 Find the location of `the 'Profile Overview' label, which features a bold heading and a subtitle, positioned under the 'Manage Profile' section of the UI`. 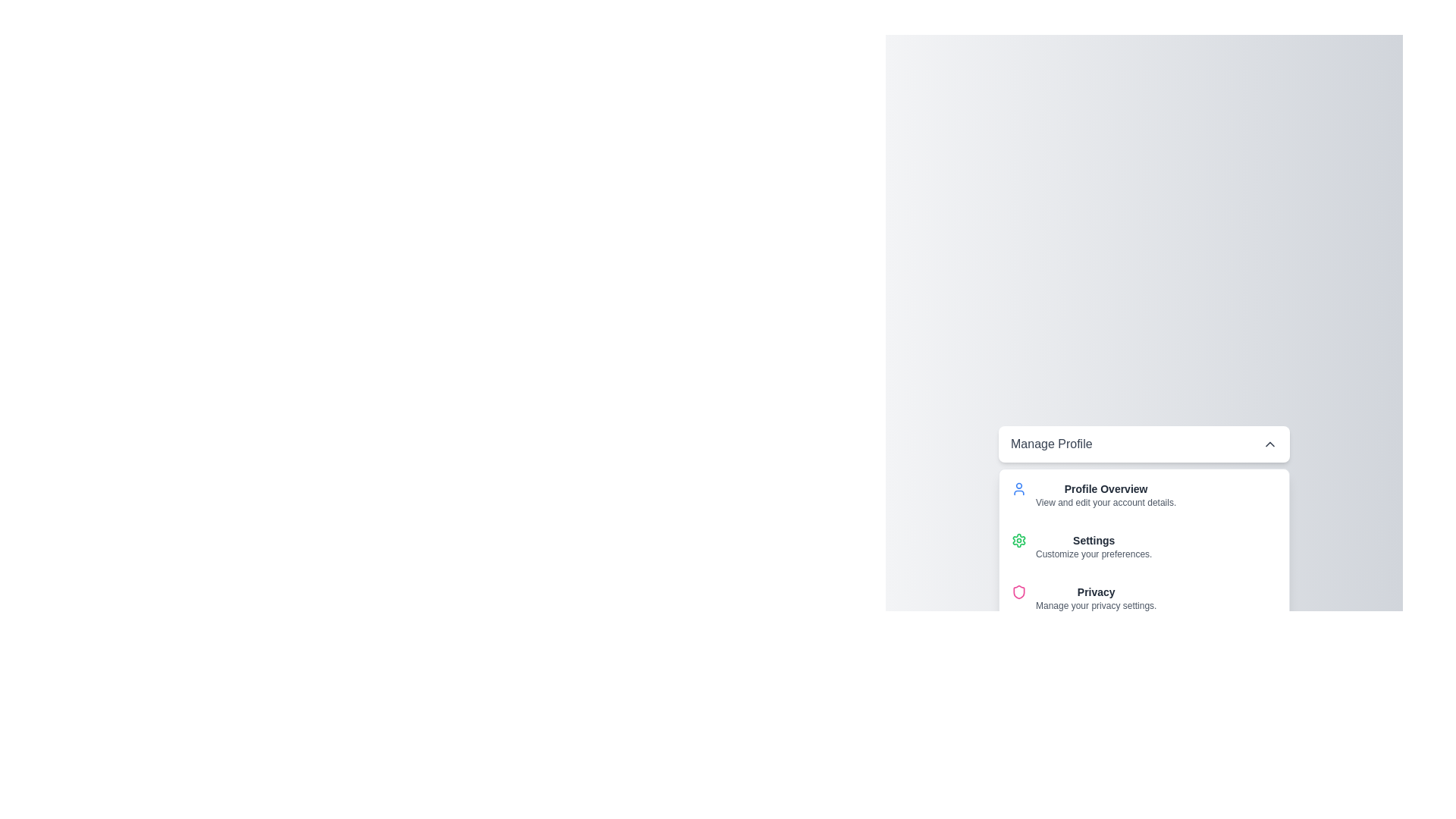

the 'Profile Overview' label, which features a bold heading and a subtitle, positioned under the 'Manage Profile' section of the UI is located at coordinates (1106, 494).